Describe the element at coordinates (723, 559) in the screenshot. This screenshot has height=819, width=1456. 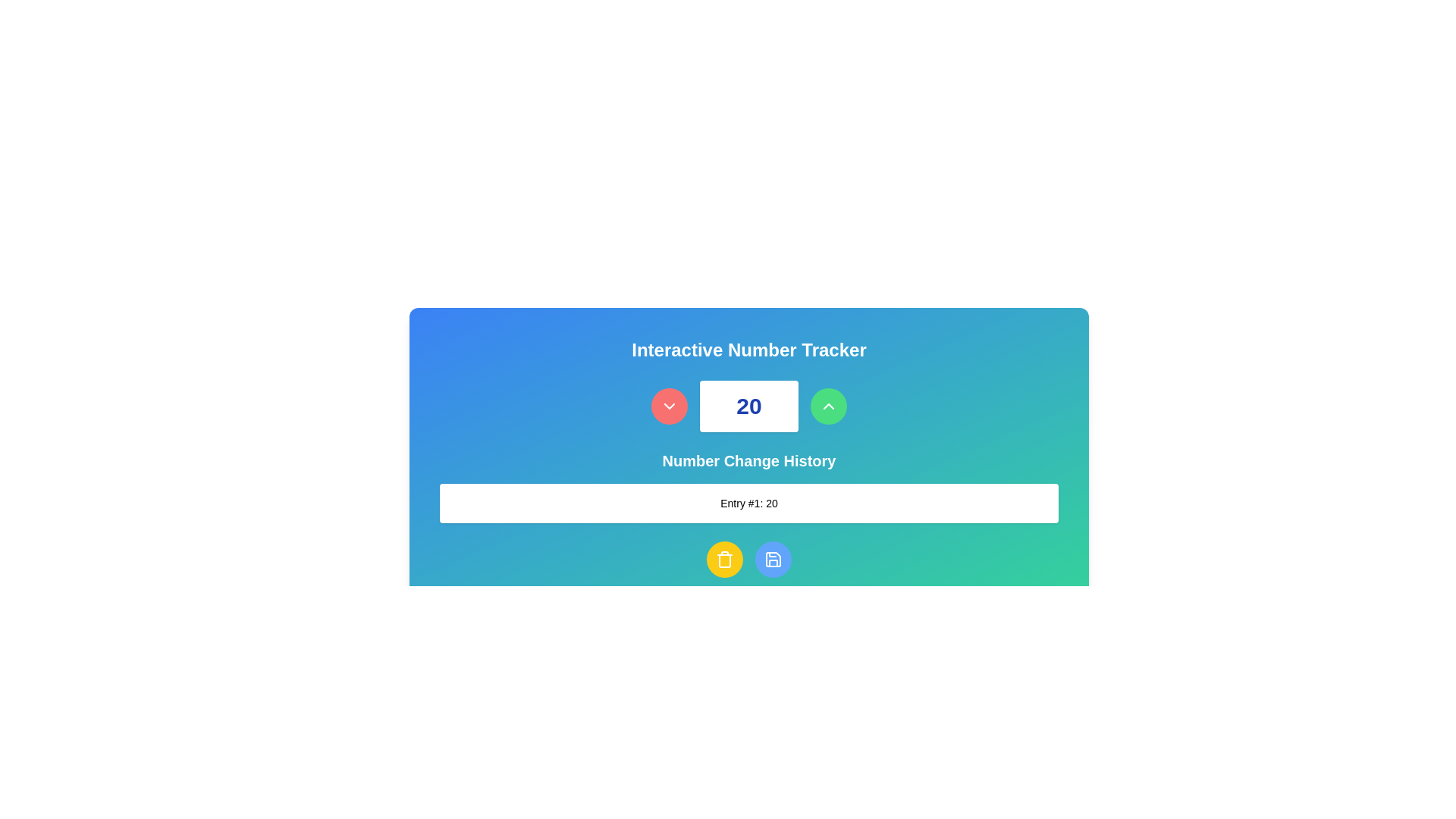
I see `the delete button located within the rounded yellow button at the bottom center of the interface` at that location.